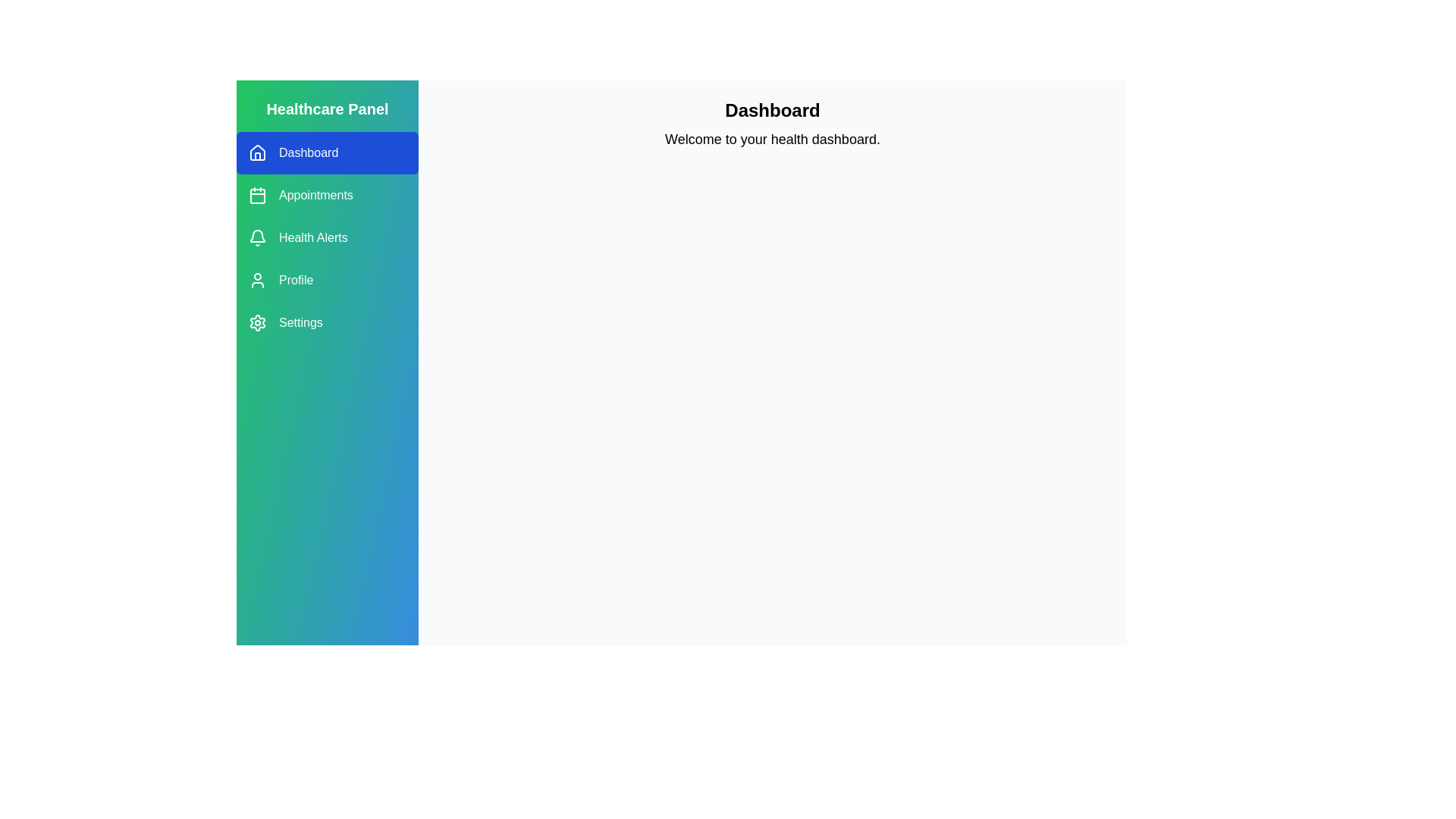  What do you see at coordinates (772, 140) in the screenshot?
I see `the text label that reads 'Welcome to your health dashboard.' positioned directly below the title 'Dashboard.'` at bounding box center [772, 140].